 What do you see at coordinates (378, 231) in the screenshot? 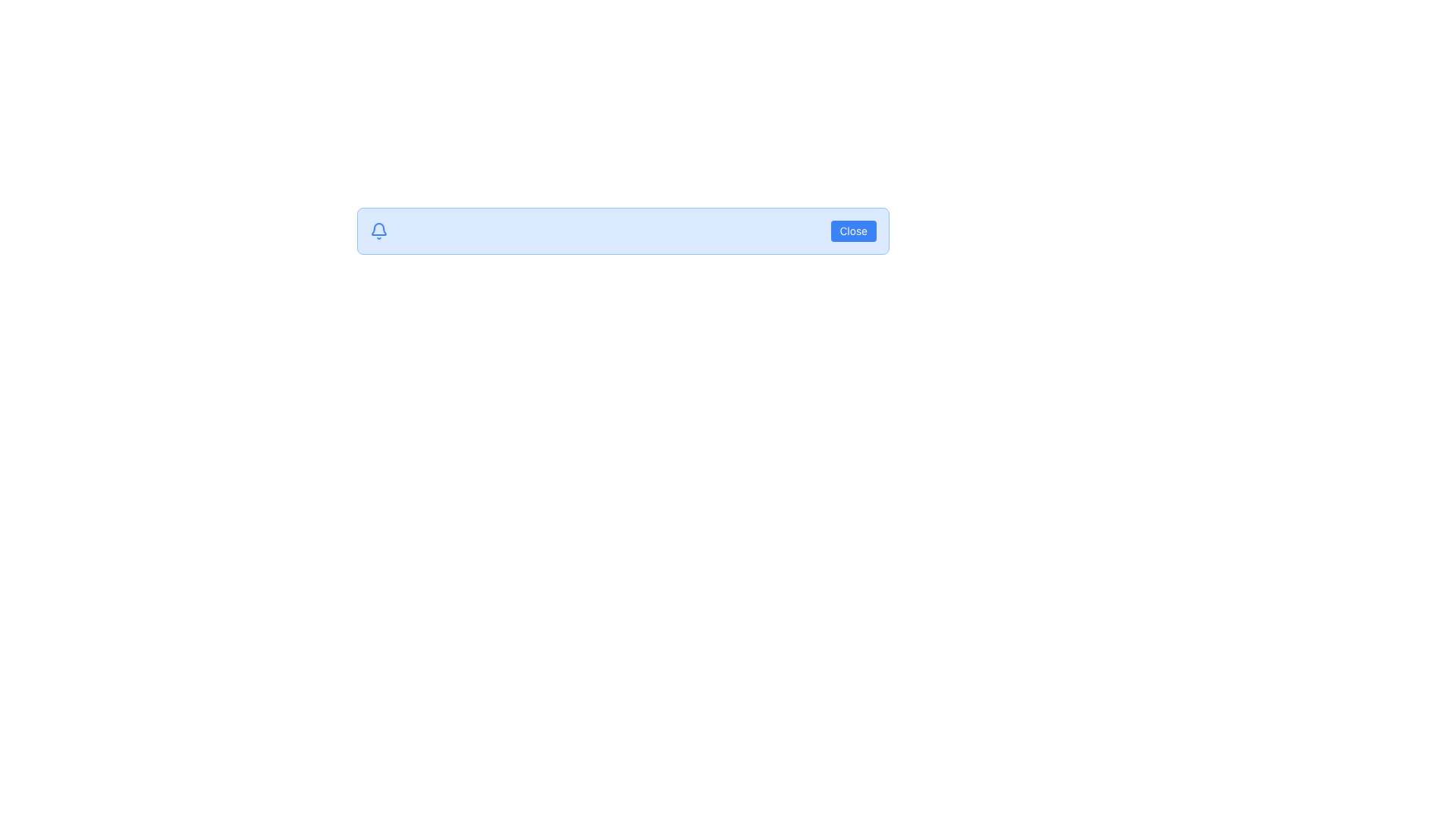
I see `the blue bell icon located at the left edge of the blue notification box` at bounding box center [378, 231].